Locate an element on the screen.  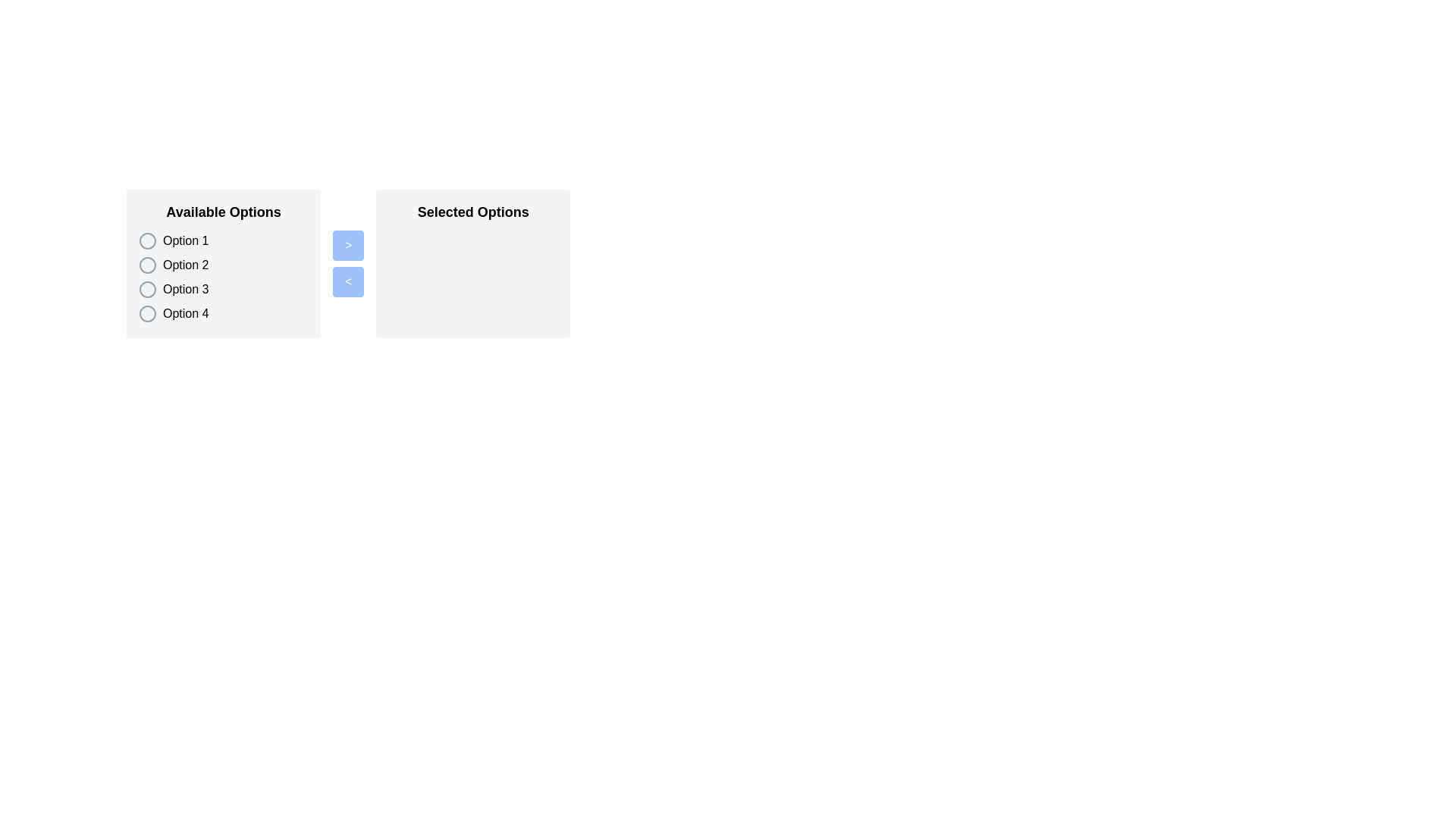
the radio button styled as a circle icon located to the left of the text label 'Option 1' is located at coordinates (148, 240).